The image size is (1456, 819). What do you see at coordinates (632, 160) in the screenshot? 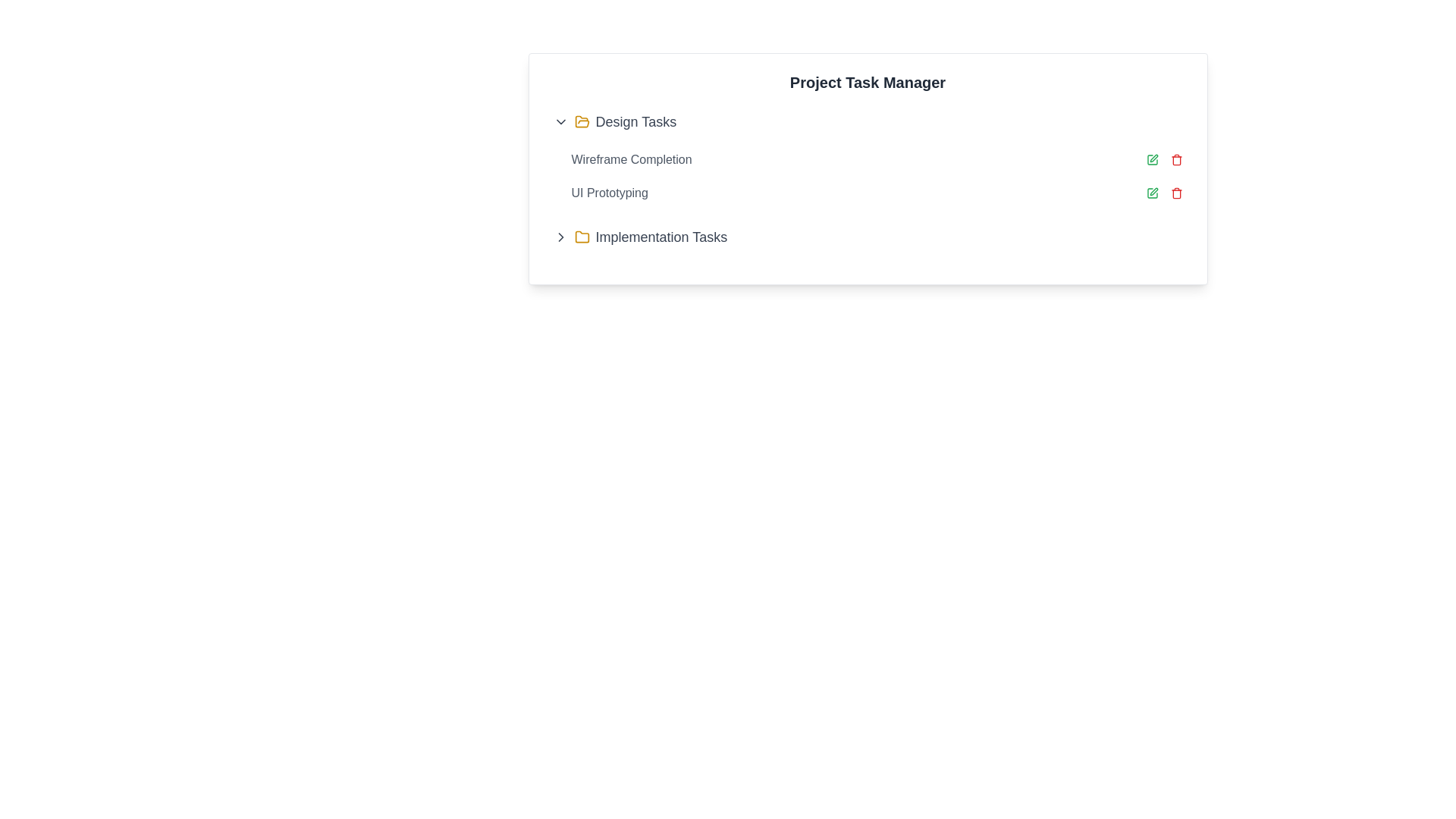
I see `the Text Label displaying 'Wireframe Completion', which is positioned below the header 'Design Tasks' and above 'UI Prototyping'` at bounding box center [632, 160].